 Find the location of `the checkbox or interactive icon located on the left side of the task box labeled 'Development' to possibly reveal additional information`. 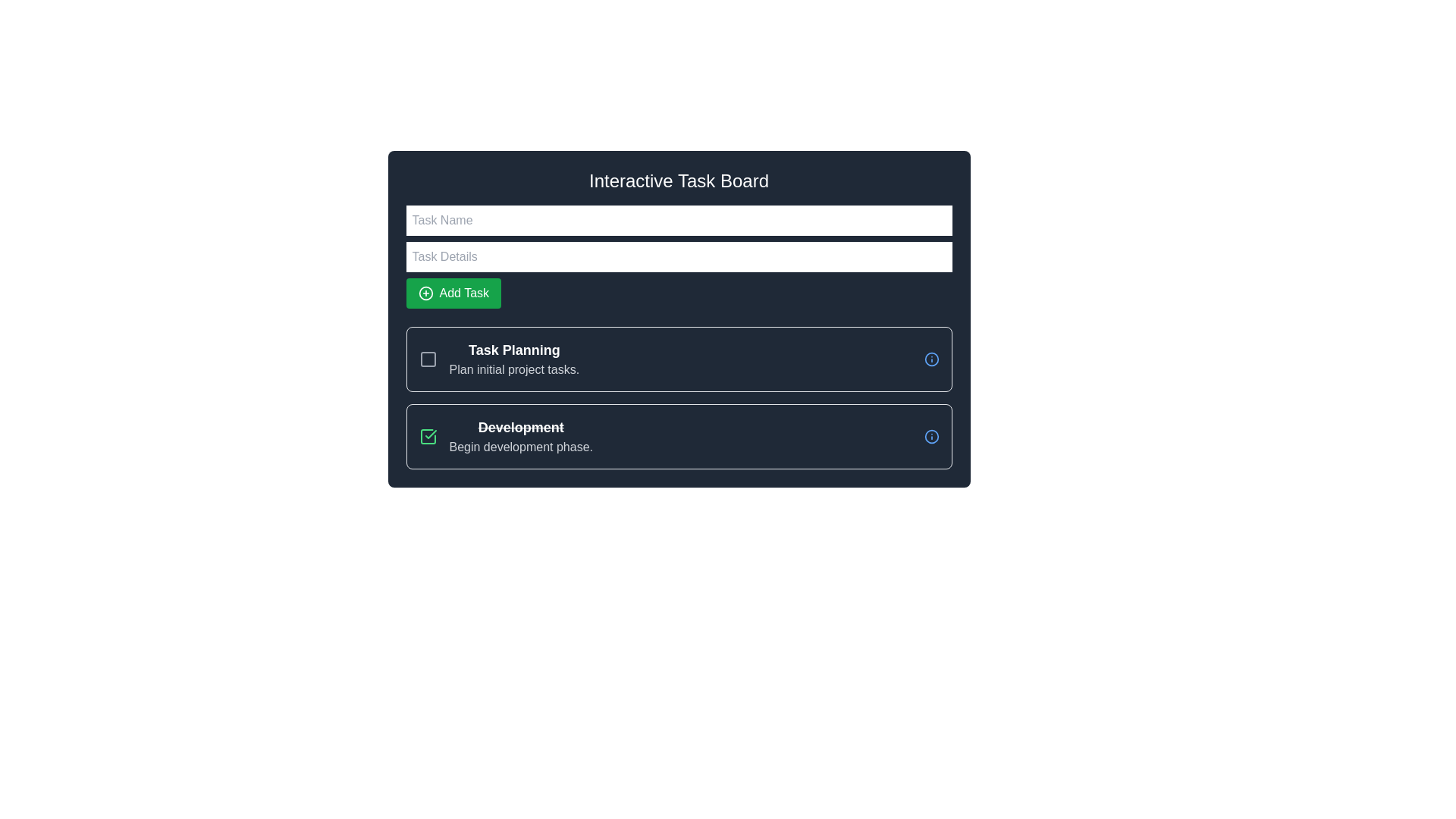

the checkbox or interactive icon located on the left side of the task box labeled 'Development' to possibly reveal additional information is located at coordinates (427, 436).